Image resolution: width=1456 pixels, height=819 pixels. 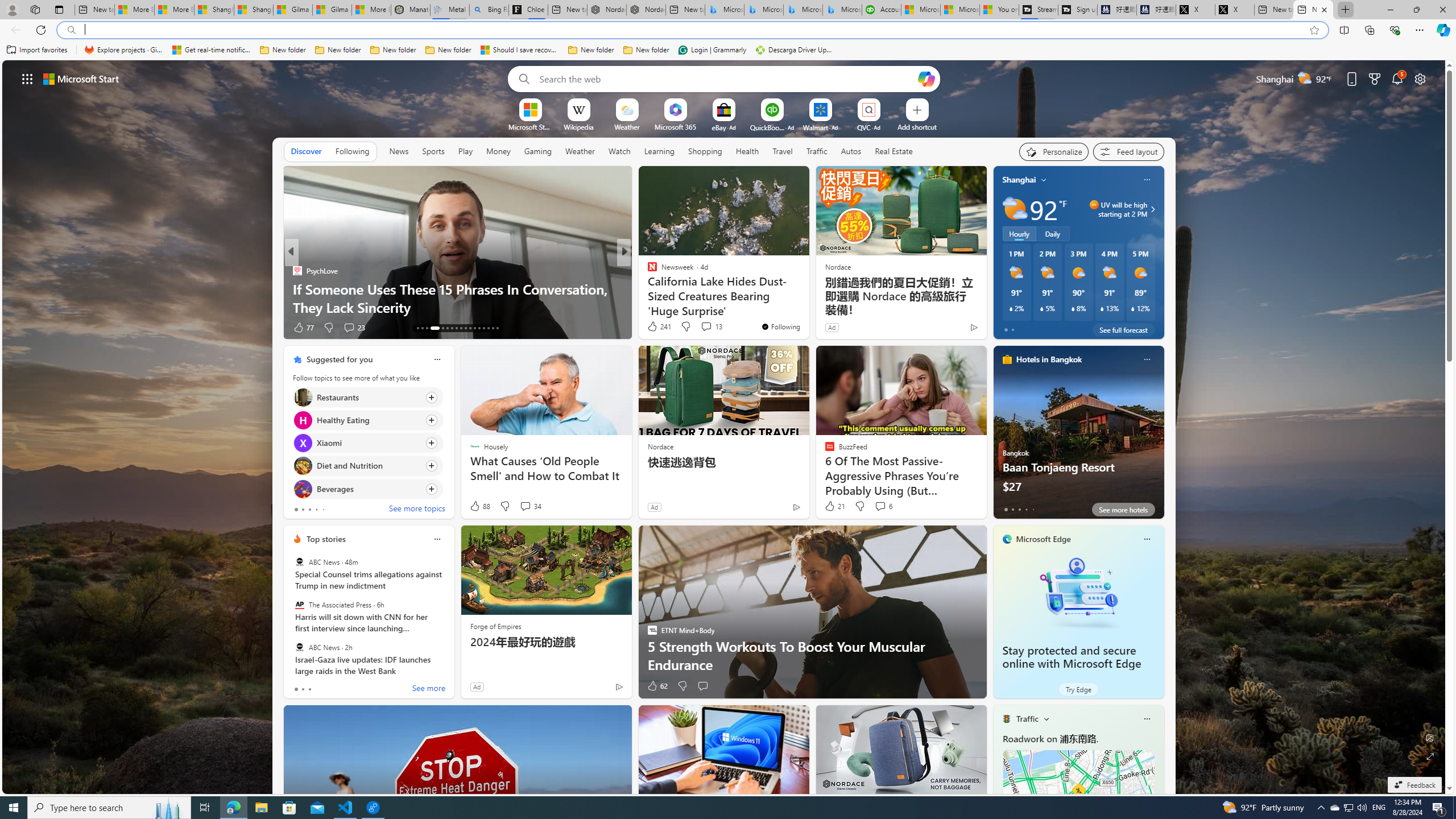 What do you see at coordinates (1150, 209) in the screenshot?
I see `'UV will be high starting at 2 PM'` at bounding box center [1150, 209].